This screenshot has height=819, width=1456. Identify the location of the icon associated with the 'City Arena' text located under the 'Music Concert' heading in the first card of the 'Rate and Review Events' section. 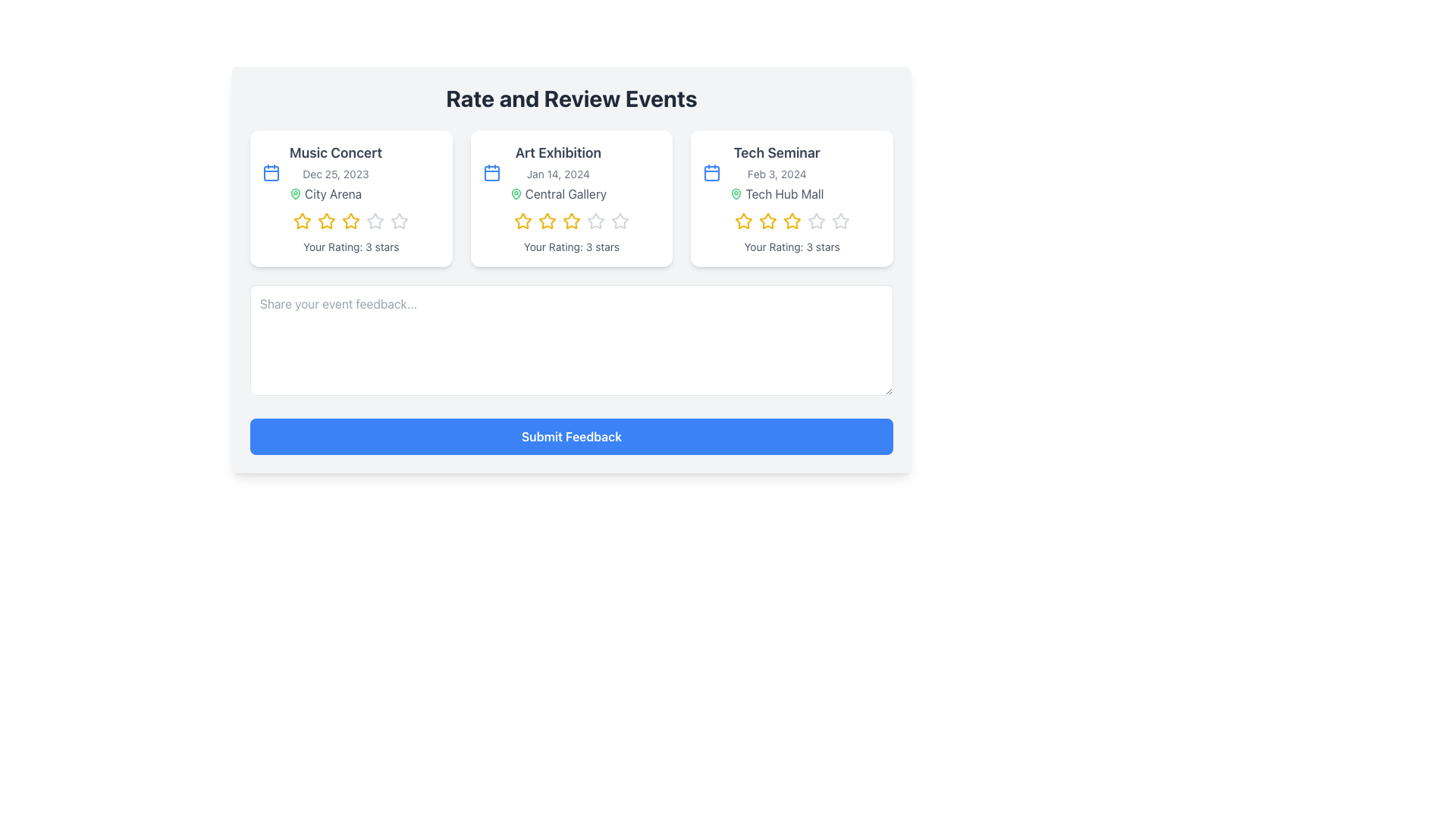
(295, 193).